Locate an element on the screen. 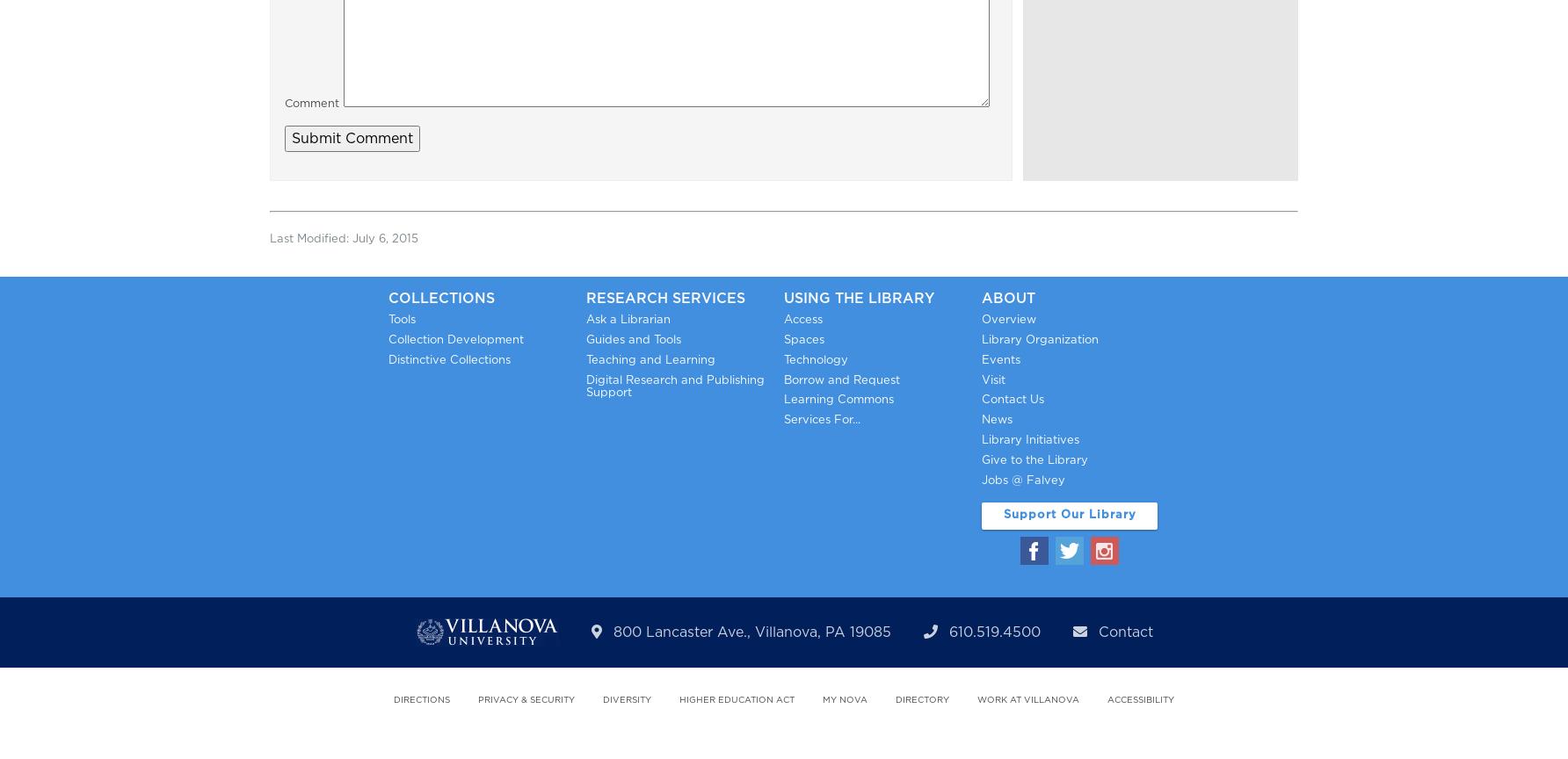  'Overview' is located at coordinates (1009, 318).